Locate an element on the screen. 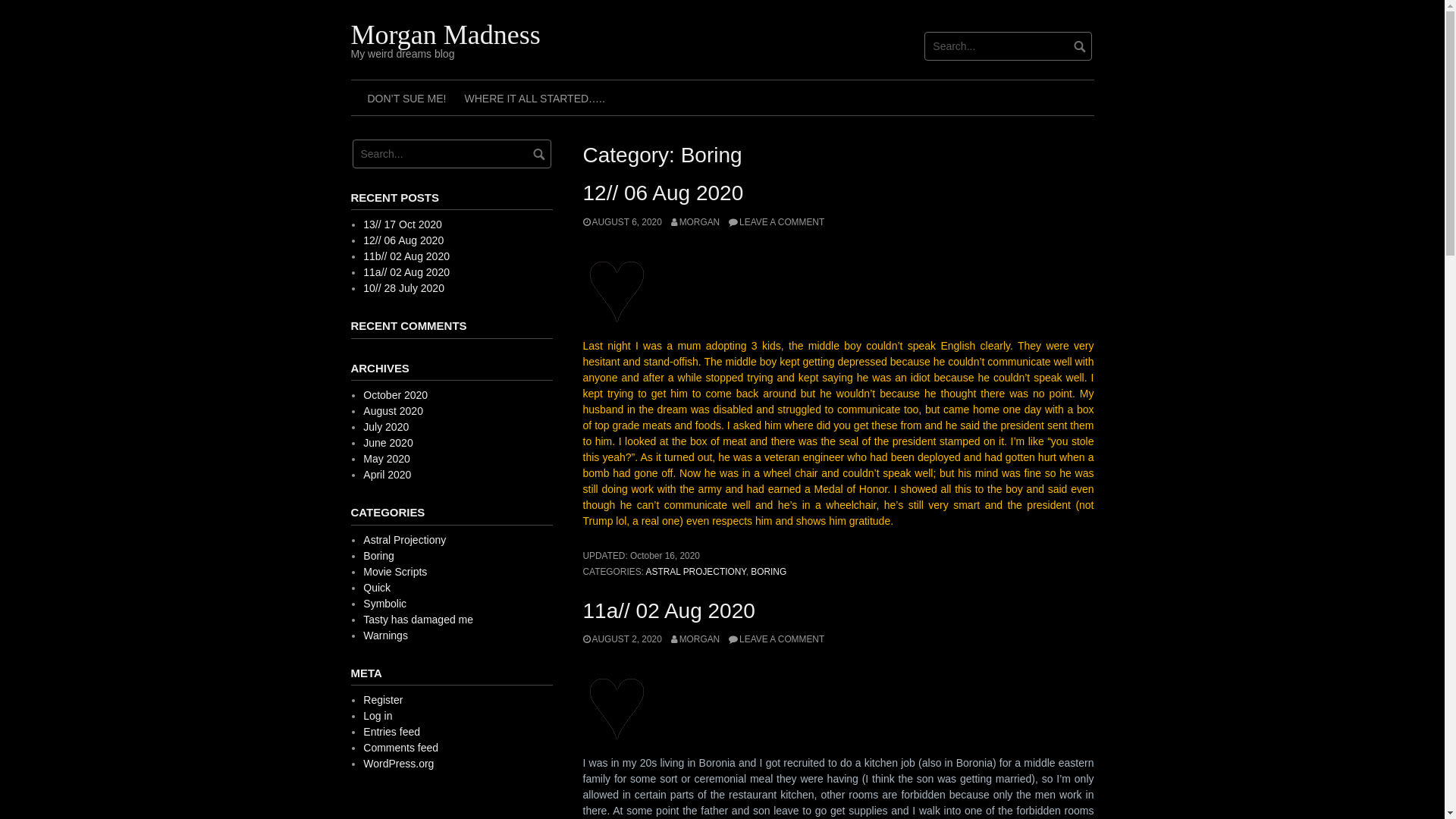  '11b// 02 Aug 2020' is located at coordinates (406, 256).